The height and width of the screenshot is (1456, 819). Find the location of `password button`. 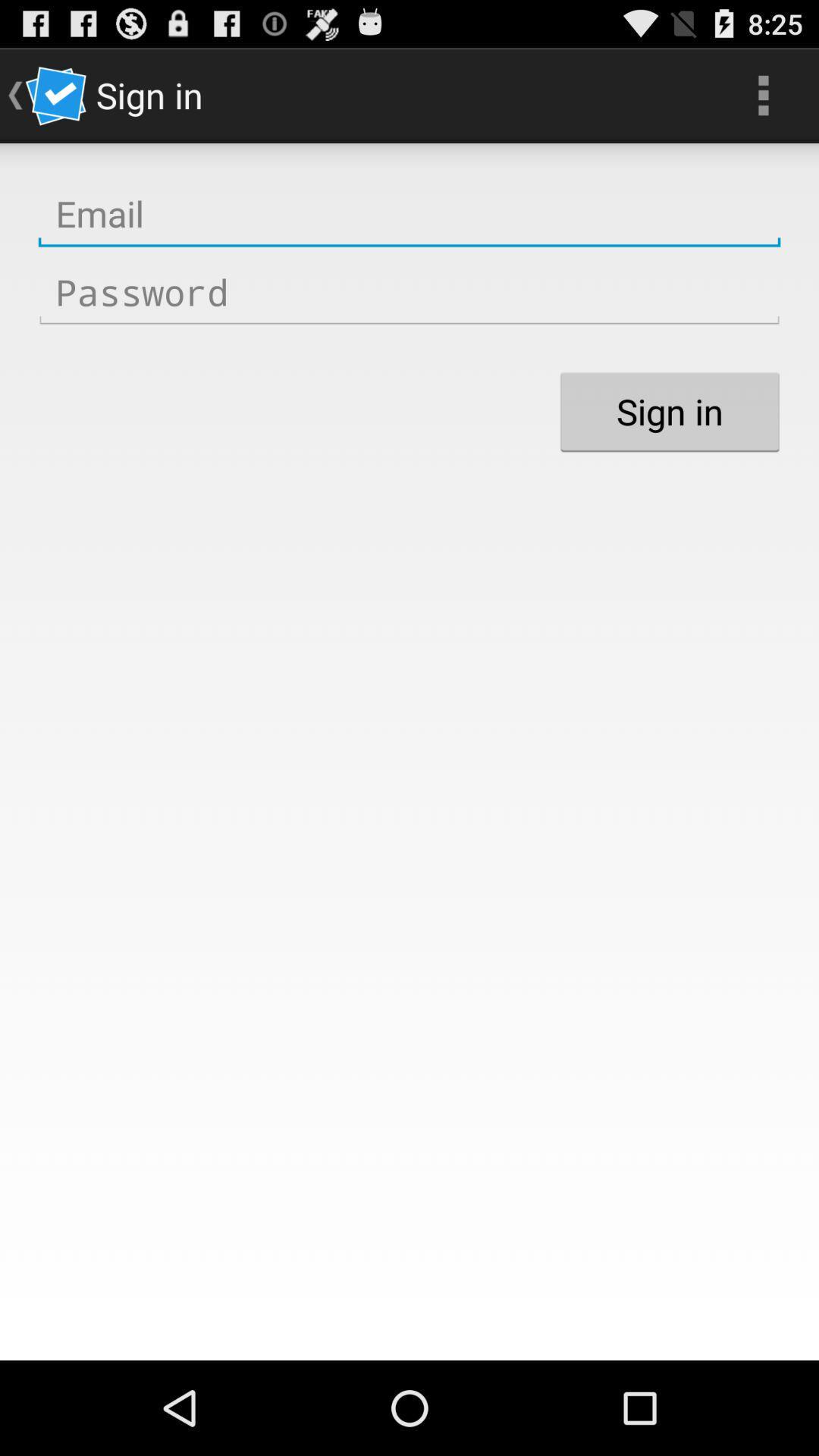

password button is located at coordinates (409, 293).